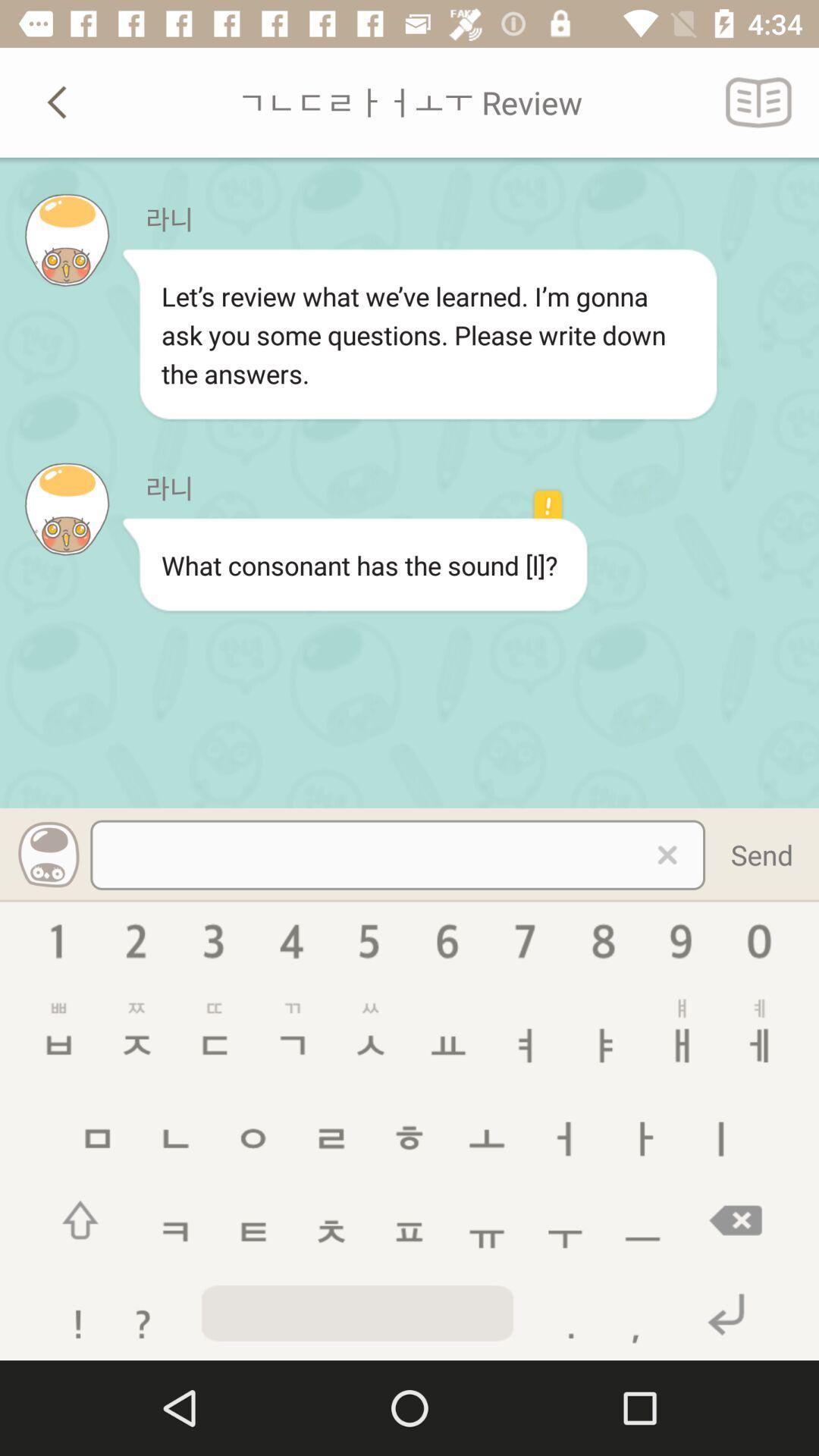 The image size is (819, 1456). Describe the element at coordinates (447, 1033) in the screenshot. I see `the font icon` at that location.